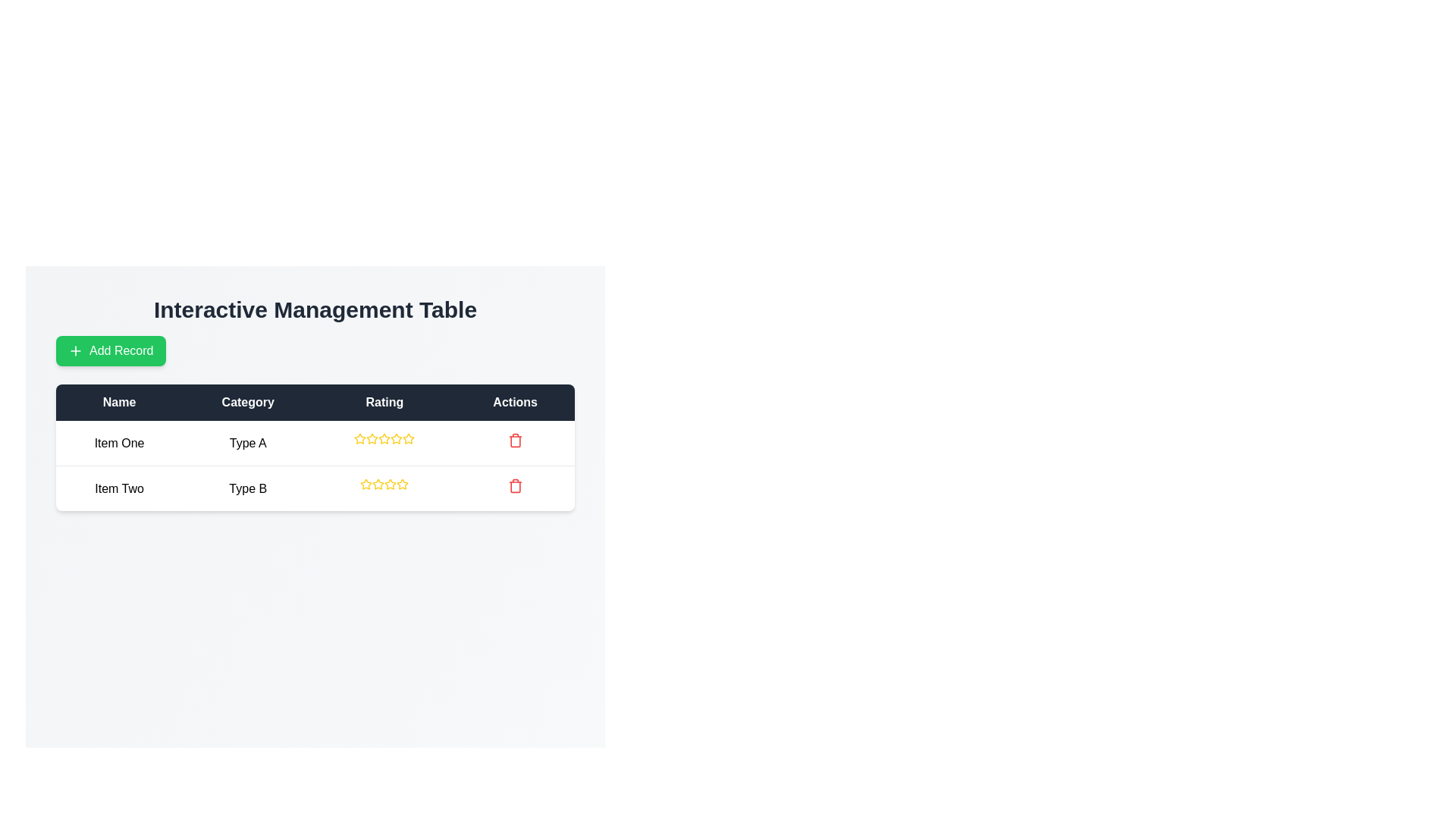 This screenshot has height=819, width=1456. What do you see at coordinates (372, 438) in the screenshot?
I see `the displayed state of the yellow star icon with a thin outline, which is the third star in a row dedicated to 'Item One' under the 'Rating' column` at bounding box center [372, 438].